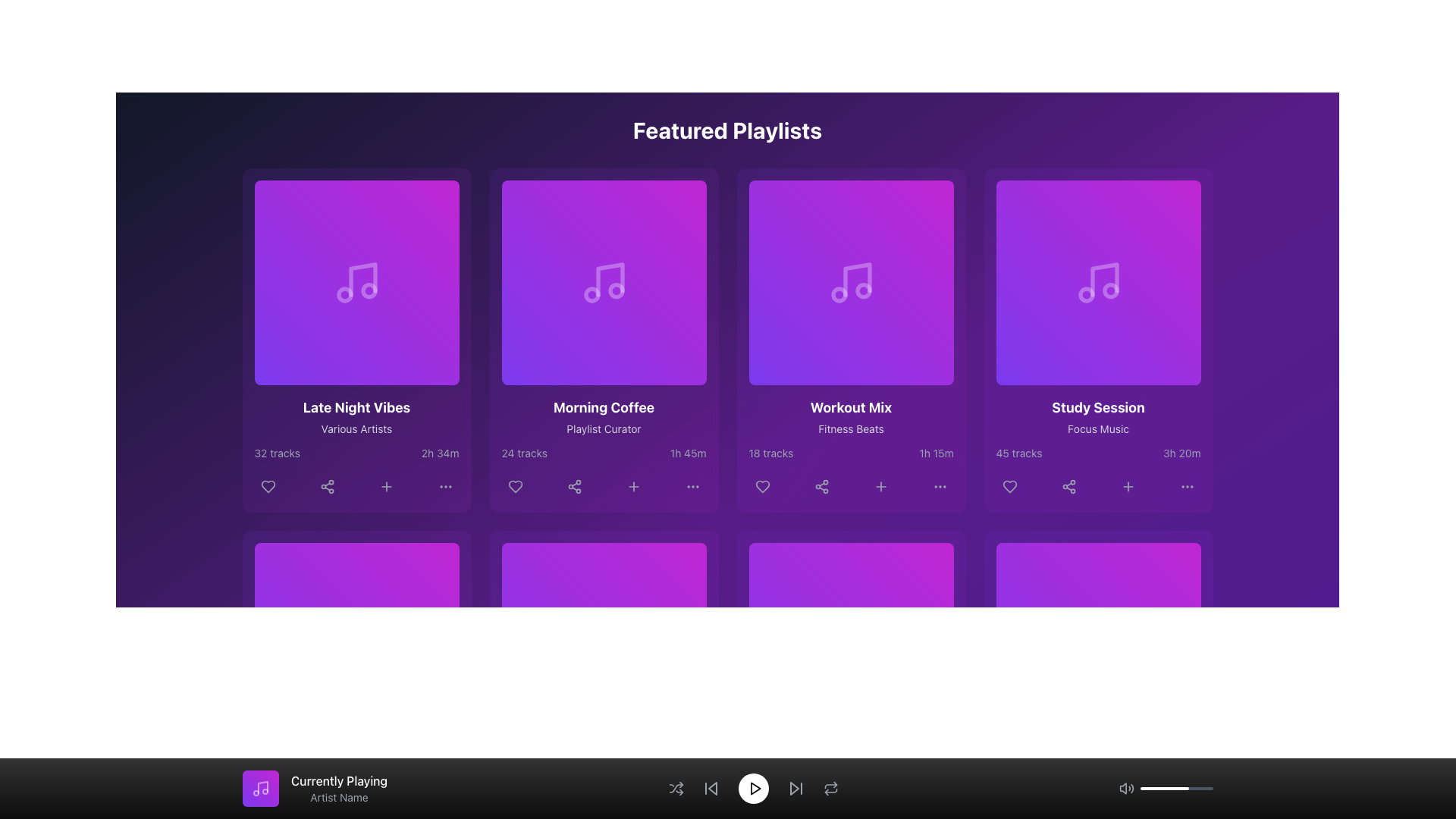 Image resolution: width=1456 pixels, height=819 pixels. What do you see at coordinates (1100, 283) in the screenshot?
I see `the play icon located in the center of the 'Study Session' playlist card, which is overlaid on a musical note icon` at bounding box center [1100, 283].